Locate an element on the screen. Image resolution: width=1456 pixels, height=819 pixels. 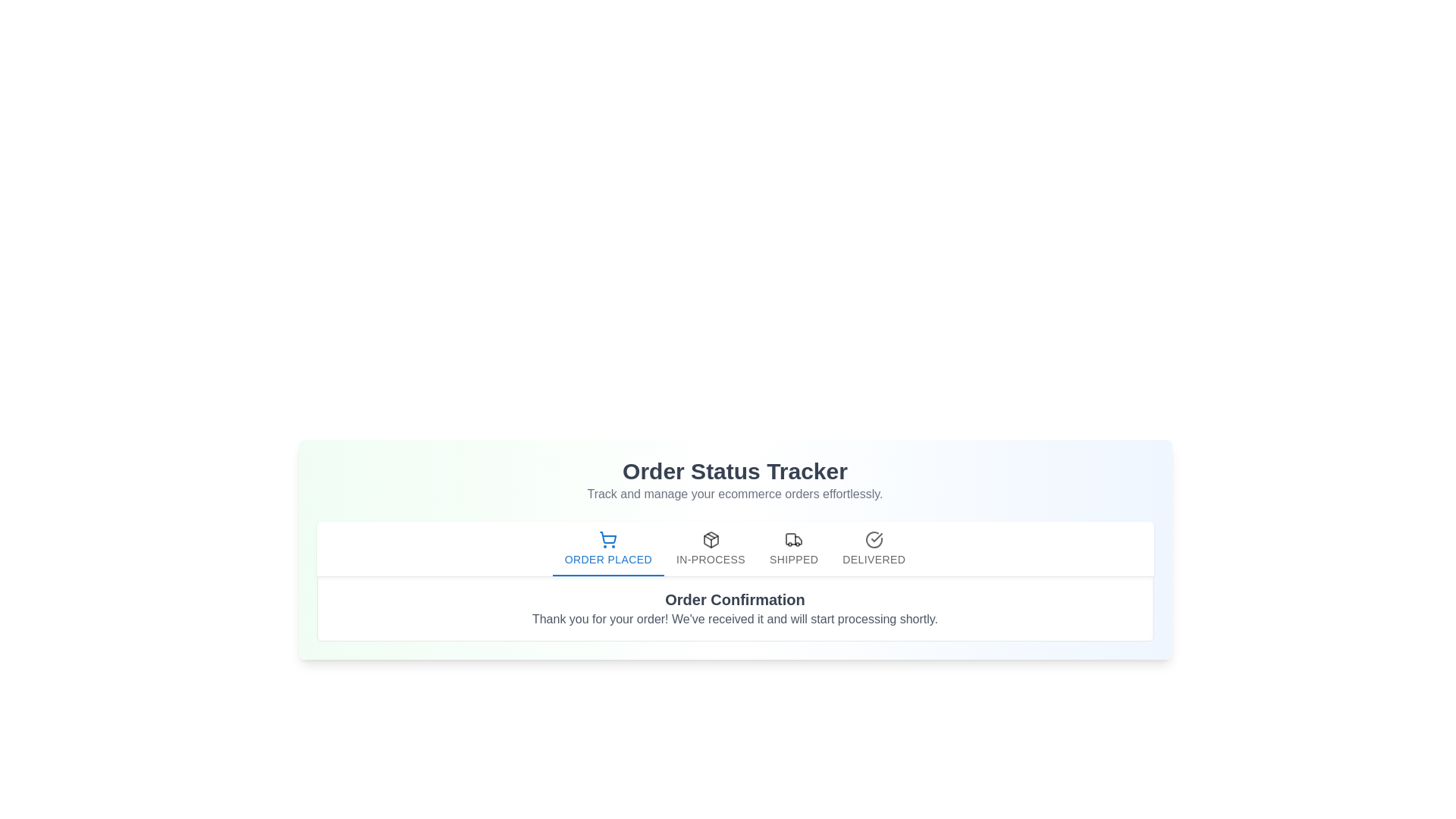
the text label that reads 'Track and manage your ecommerce orders effortlessly.', which is aligned beneath the title 'Order Status Tracker' is located at coordinates (735, 494).